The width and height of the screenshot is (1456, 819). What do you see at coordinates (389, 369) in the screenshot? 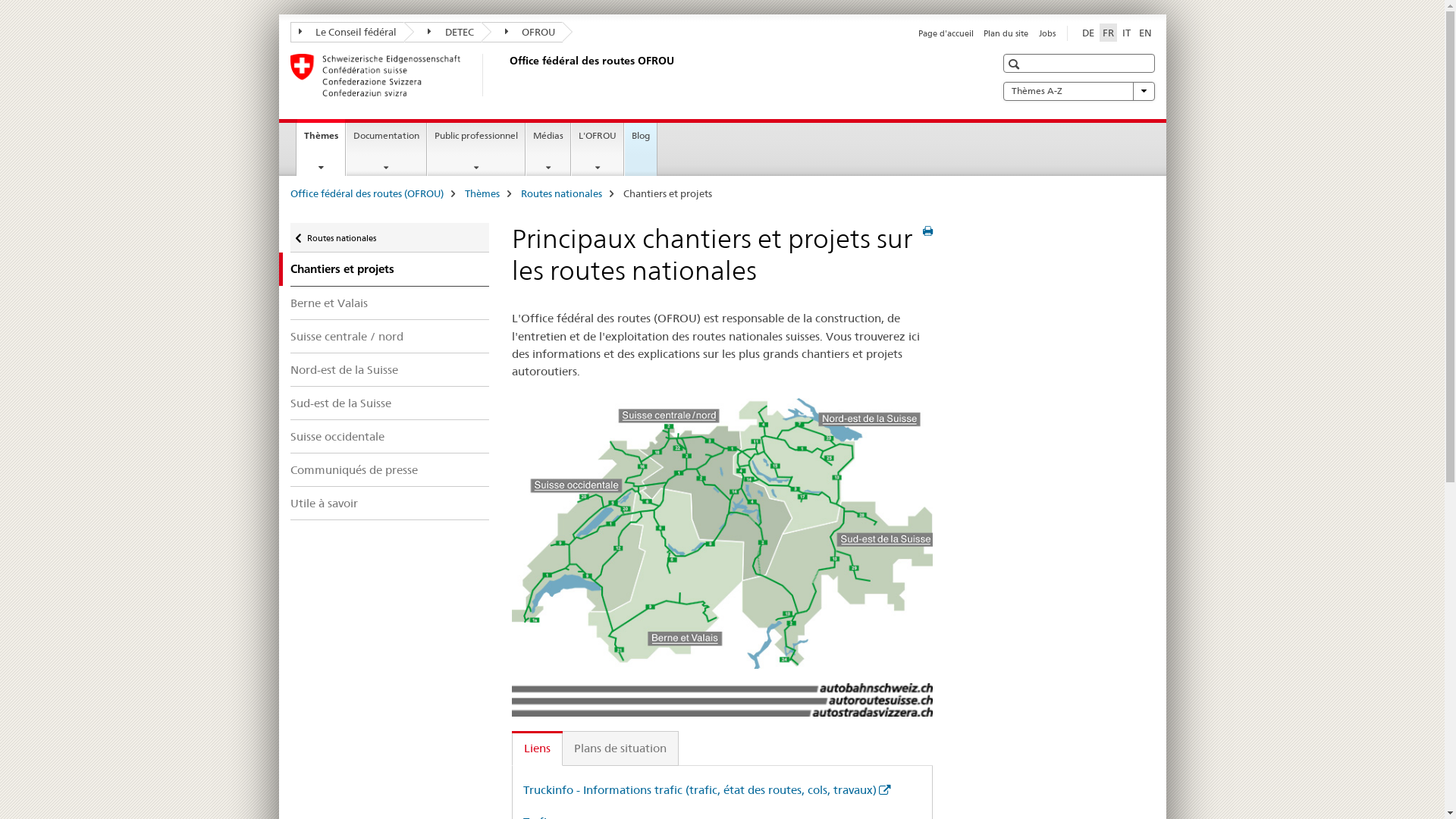
I see `'Nord-est de la Suisse'` at bounding box center [389, 369].